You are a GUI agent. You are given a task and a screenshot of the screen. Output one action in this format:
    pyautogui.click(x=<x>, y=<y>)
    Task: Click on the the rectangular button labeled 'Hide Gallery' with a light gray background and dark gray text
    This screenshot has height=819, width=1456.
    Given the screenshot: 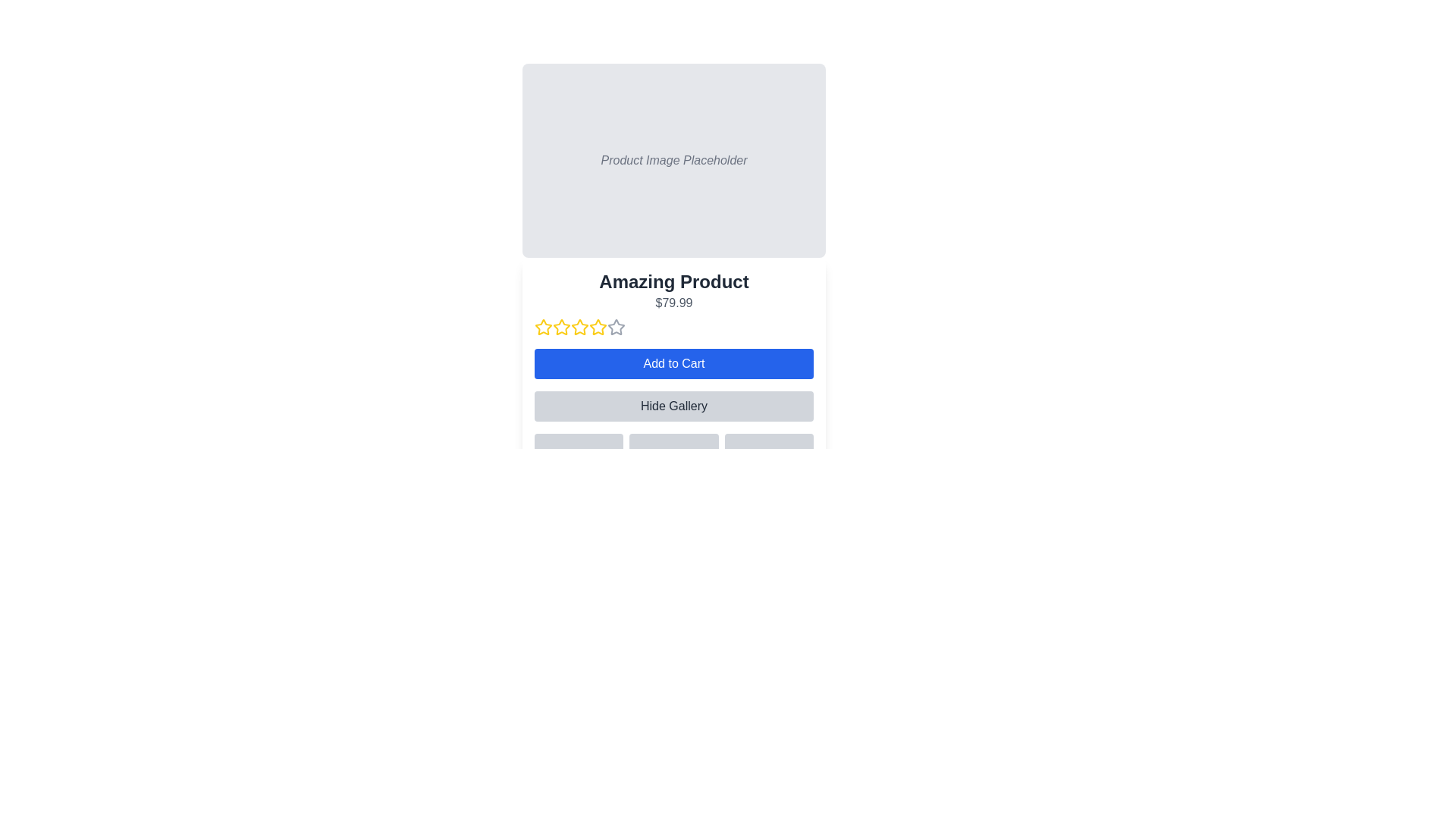 What is the action you would take?
    pyautogui.click(x=673, y=406)
    